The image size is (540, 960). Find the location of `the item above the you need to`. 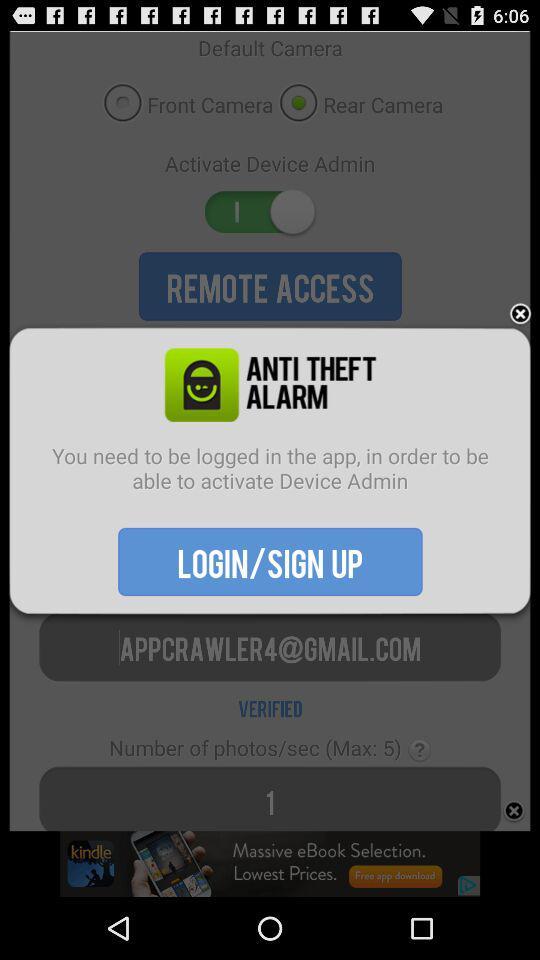

the item above the you need to is located at coordinates (520, 314).